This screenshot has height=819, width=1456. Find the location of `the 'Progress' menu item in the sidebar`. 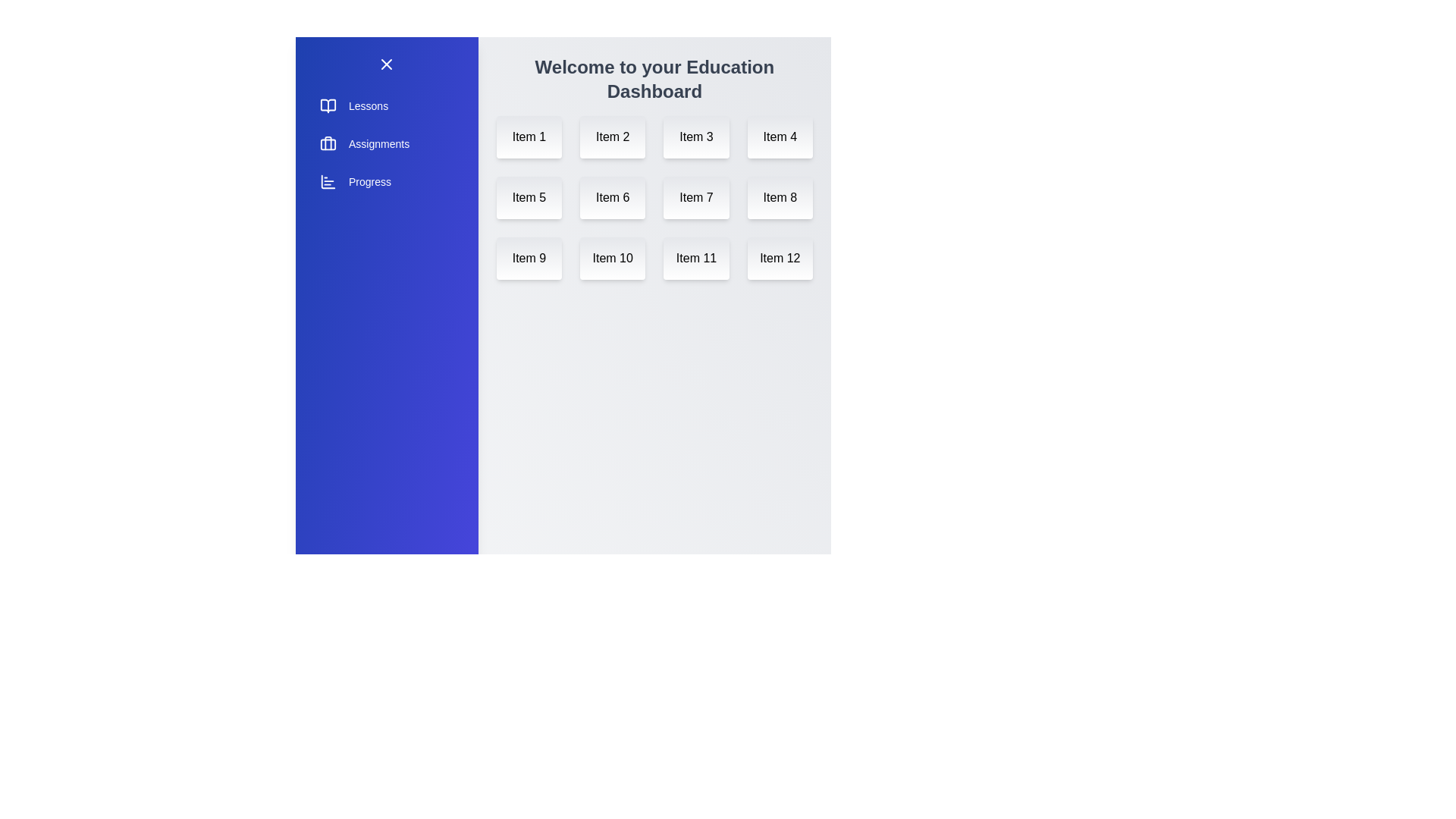

the 'Progress' menu item in the sidebar is located at coordinates (386, 180).